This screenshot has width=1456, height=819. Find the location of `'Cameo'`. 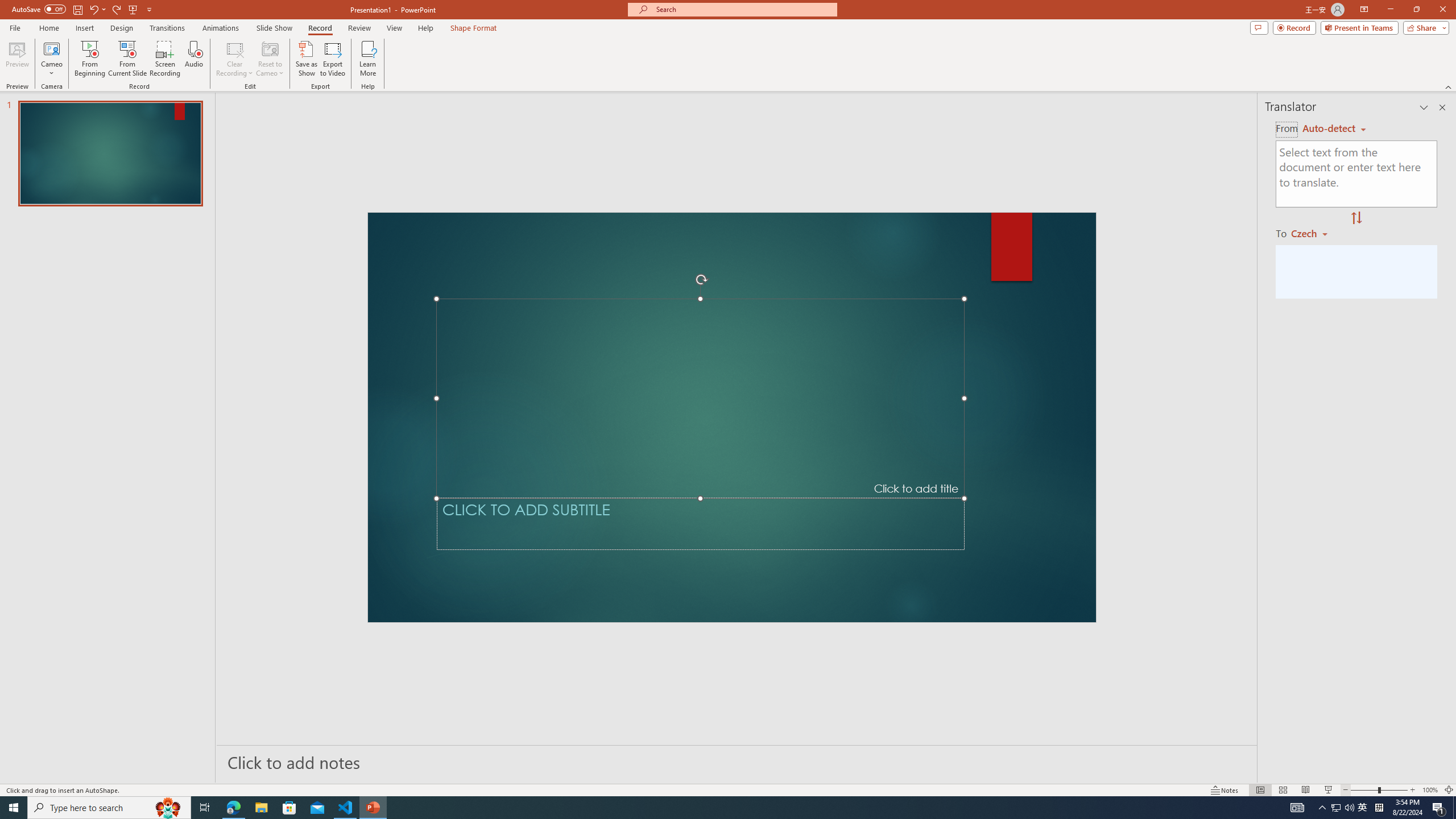

'Cameo' is located at coordinates (51, 48).